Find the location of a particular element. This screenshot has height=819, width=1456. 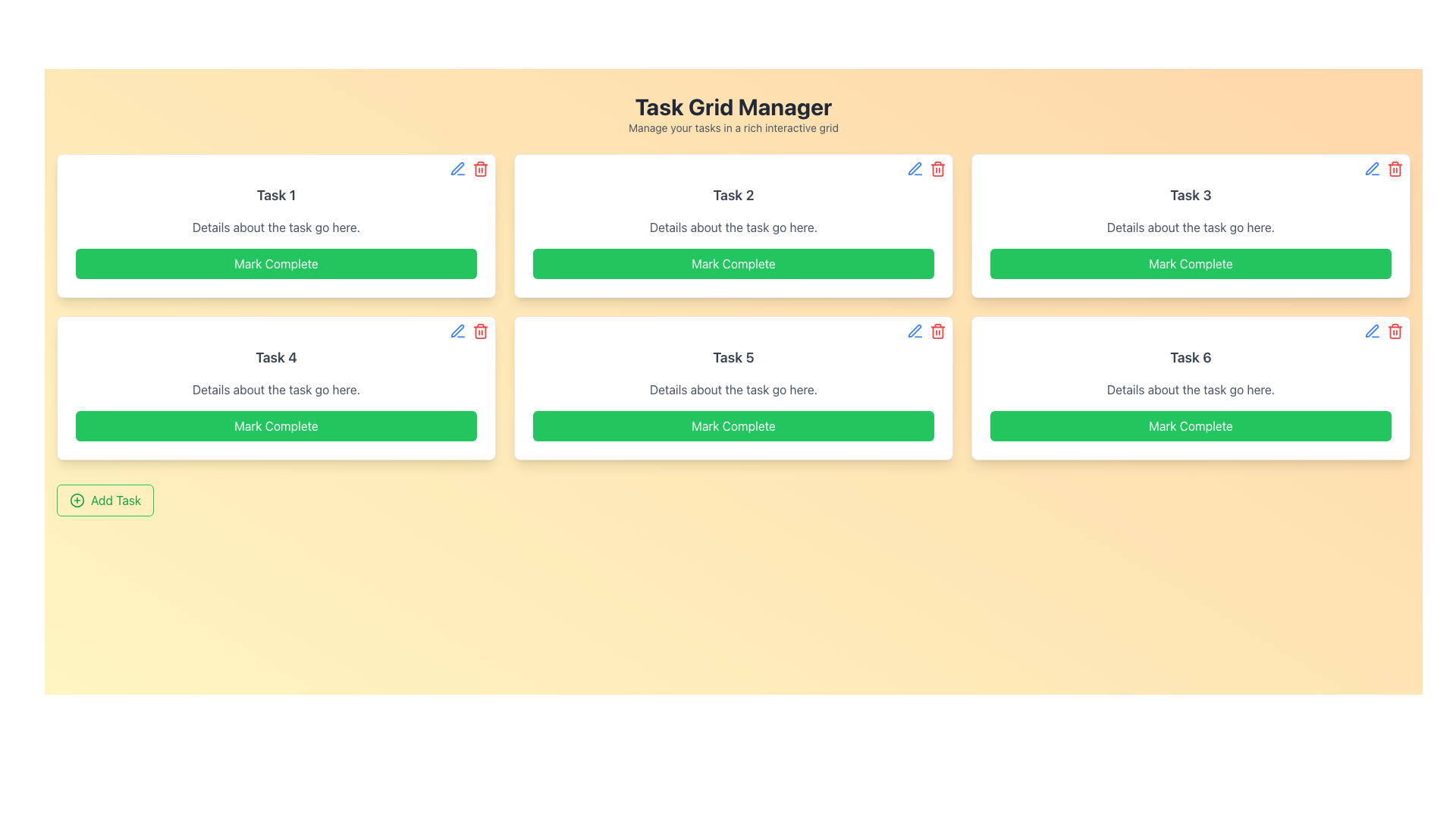

the static text label that displays the title of the corresponding task, located in the sixth card of the task grid in the bottom-right corner is located at coordinates (1190, 357).